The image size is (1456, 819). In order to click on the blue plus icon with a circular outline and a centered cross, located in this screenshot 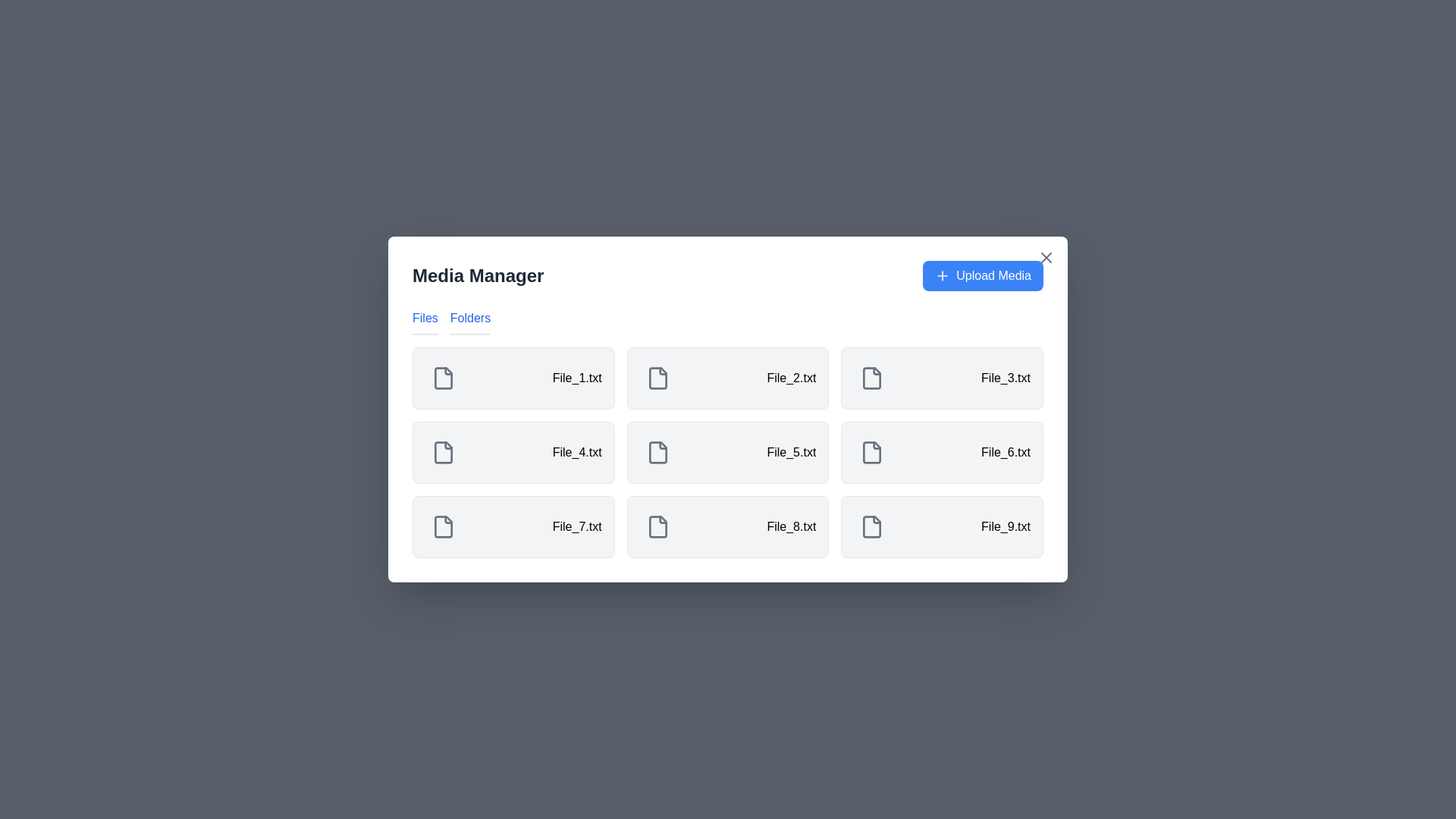, I will do `click(942, 275)`.